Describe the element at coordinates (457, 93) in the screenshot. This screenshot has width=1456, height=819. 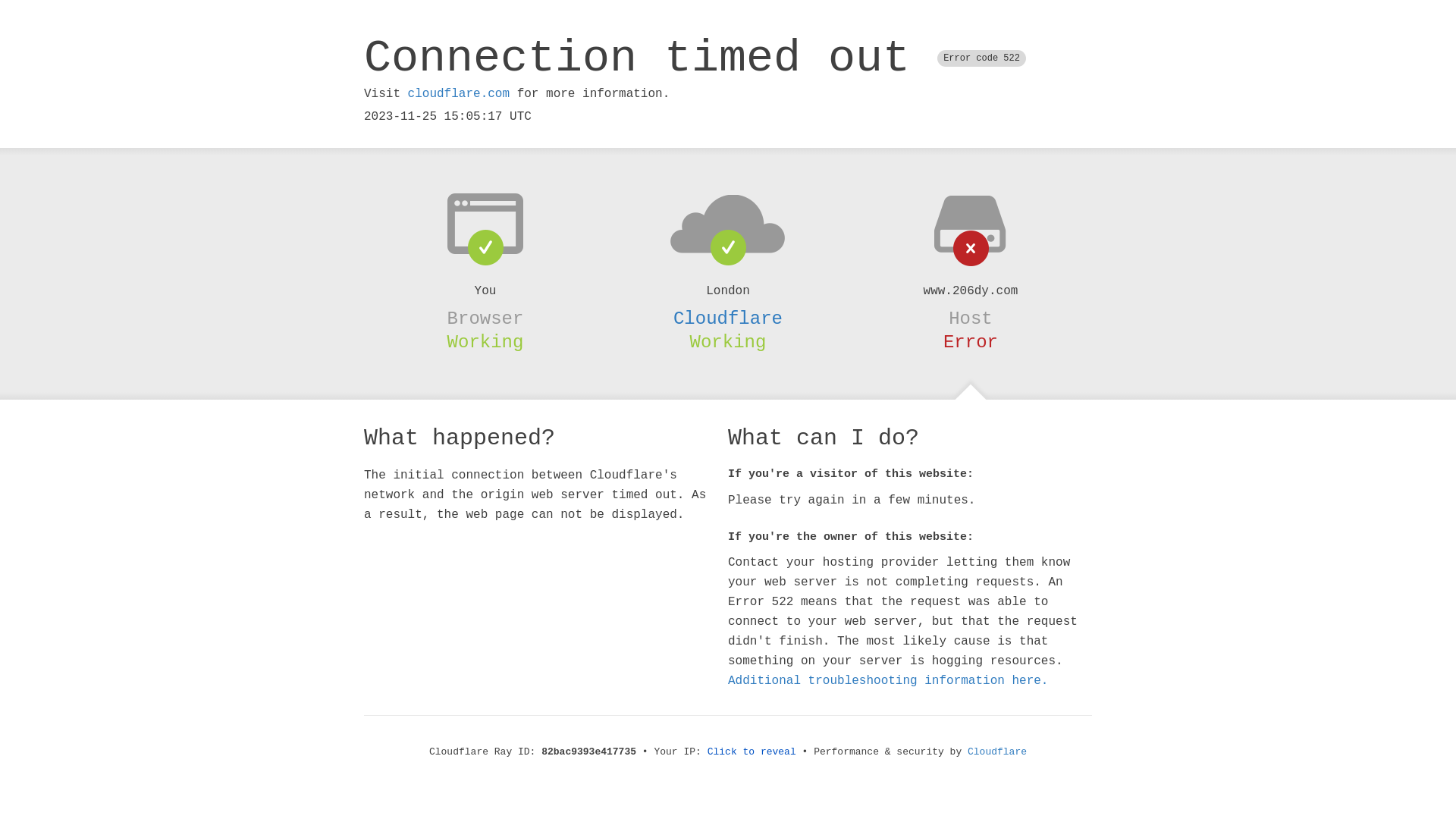
I see `'cloudflare.com'` at that location.